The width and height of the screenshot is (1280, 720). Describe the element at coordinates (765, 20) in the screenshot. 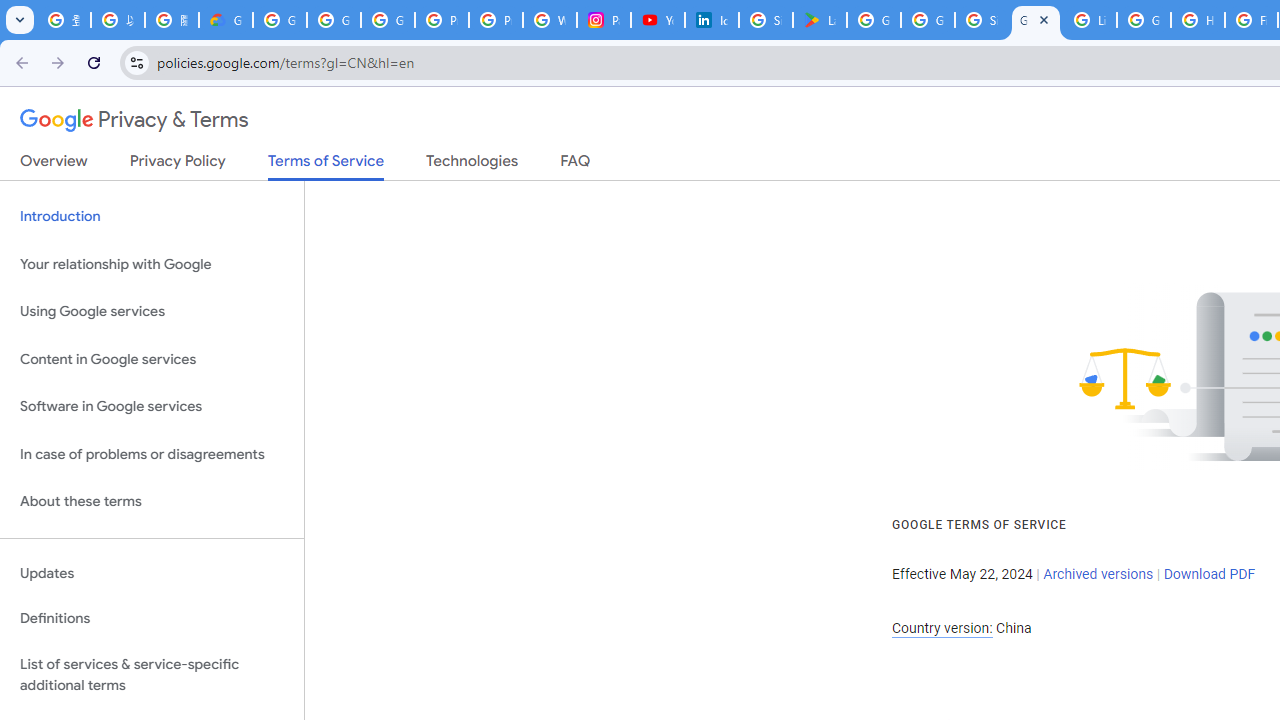

I see `'Sign in - Google Accounts'` at that location.